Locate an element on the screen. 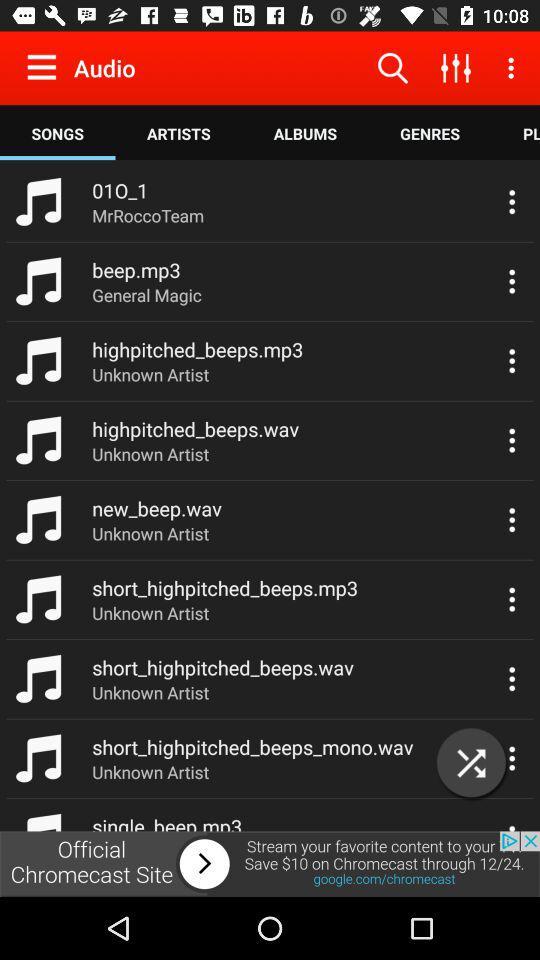 The width and height of the screenshot is (540, 960). advertisement is located at coordinates (270, 863).